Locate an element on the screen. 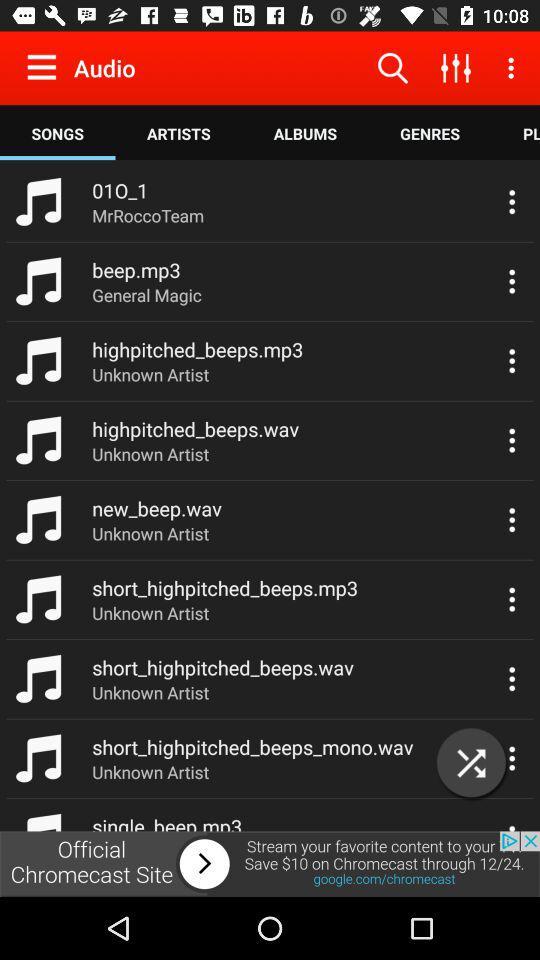 The width and height of the screenshot is (540, 960). advertisement is located at coordinates (270, 863).